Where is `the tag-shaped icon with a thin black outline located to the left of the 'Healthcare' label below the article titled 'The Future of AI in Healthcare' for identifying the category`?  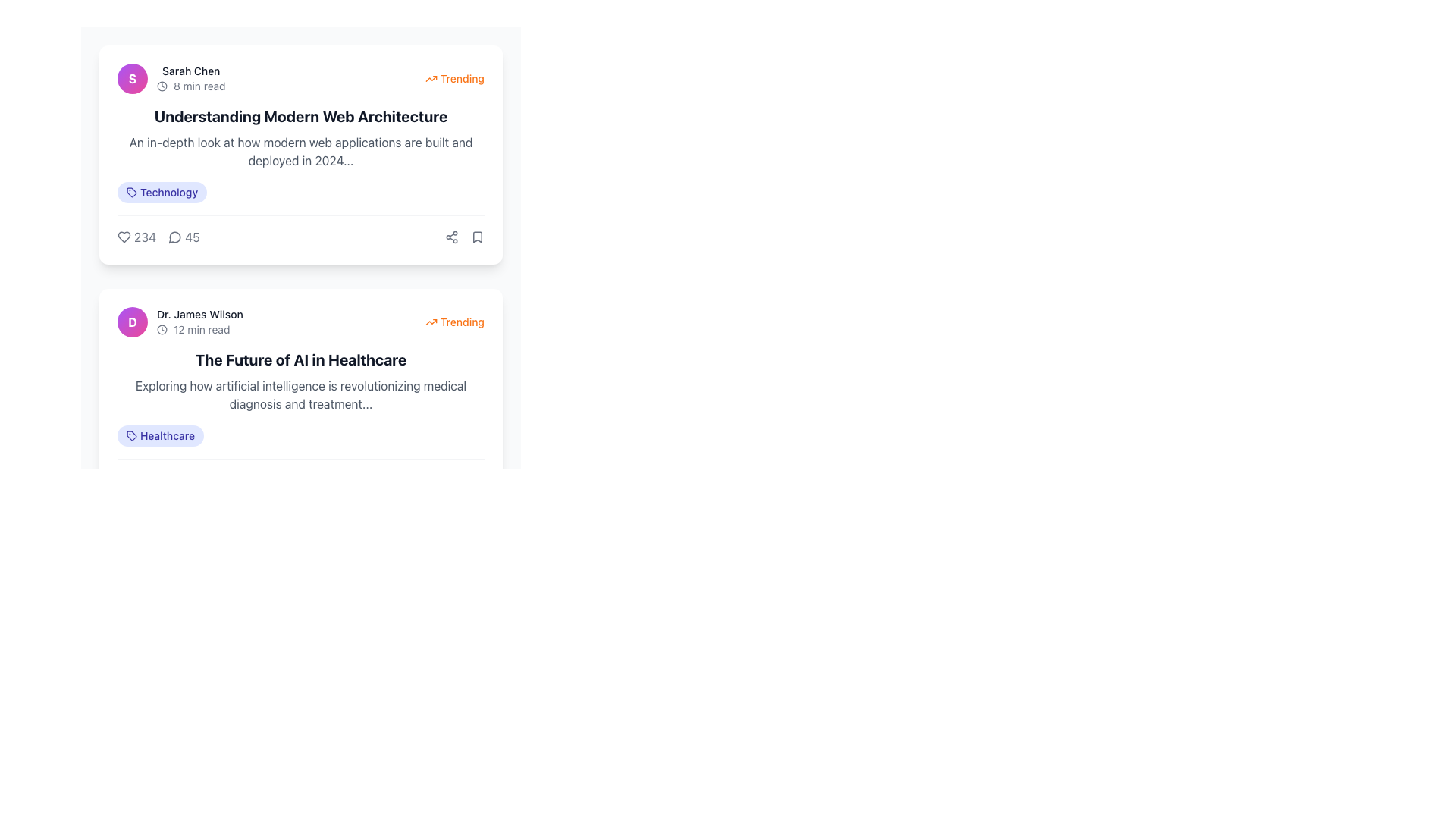
the tag-shaped icon with a thin black outline located to the left of the 'Healthcare' label below the article titled 'The Future of AI in Healthcare' for identifying the category is located at coordinates (131, 435).